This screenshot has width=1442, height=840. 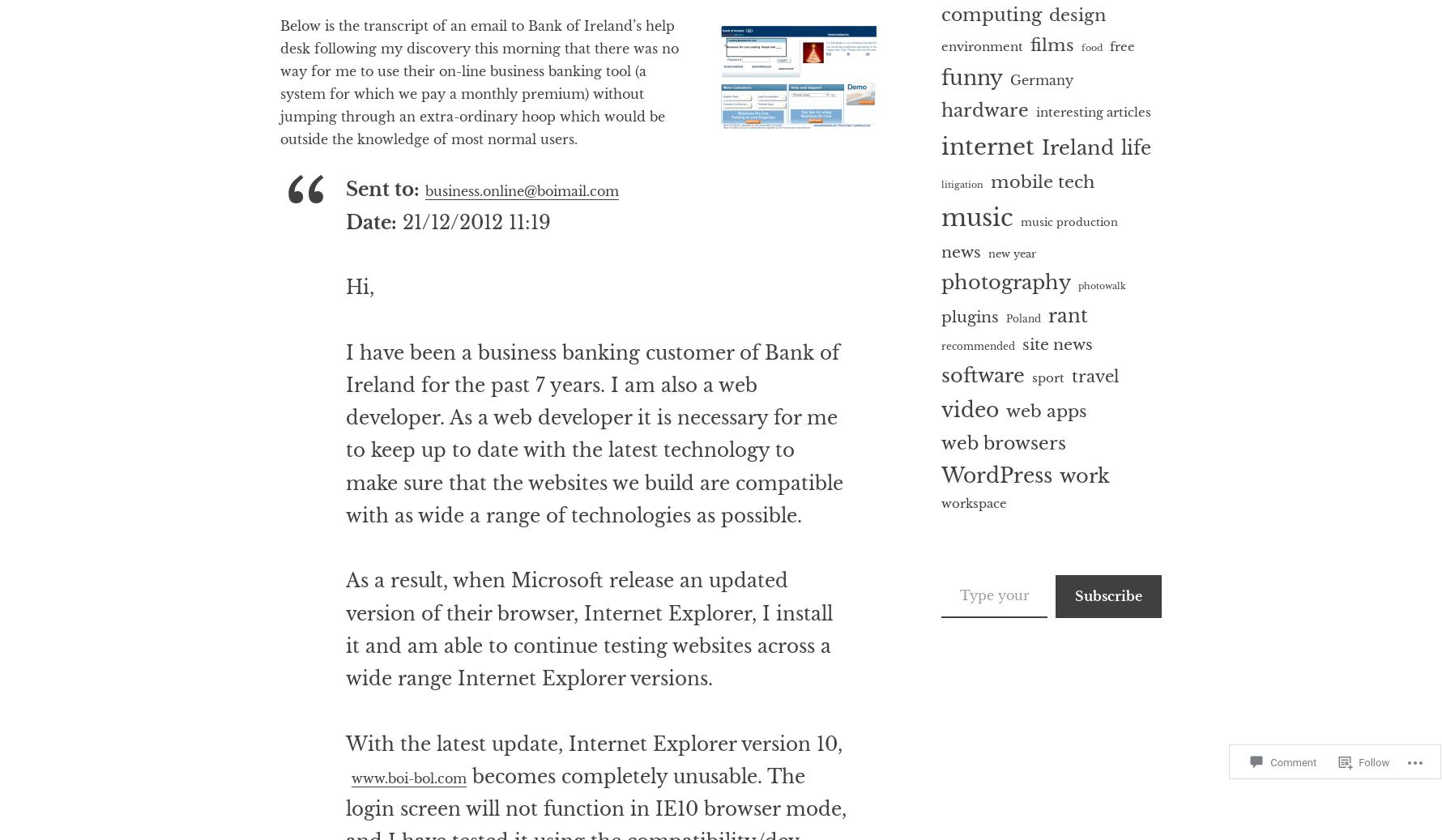 What do you see at coordinates (962, 183) in the screenshot?
I see `'litigation'` at bounding box center [962, 183].